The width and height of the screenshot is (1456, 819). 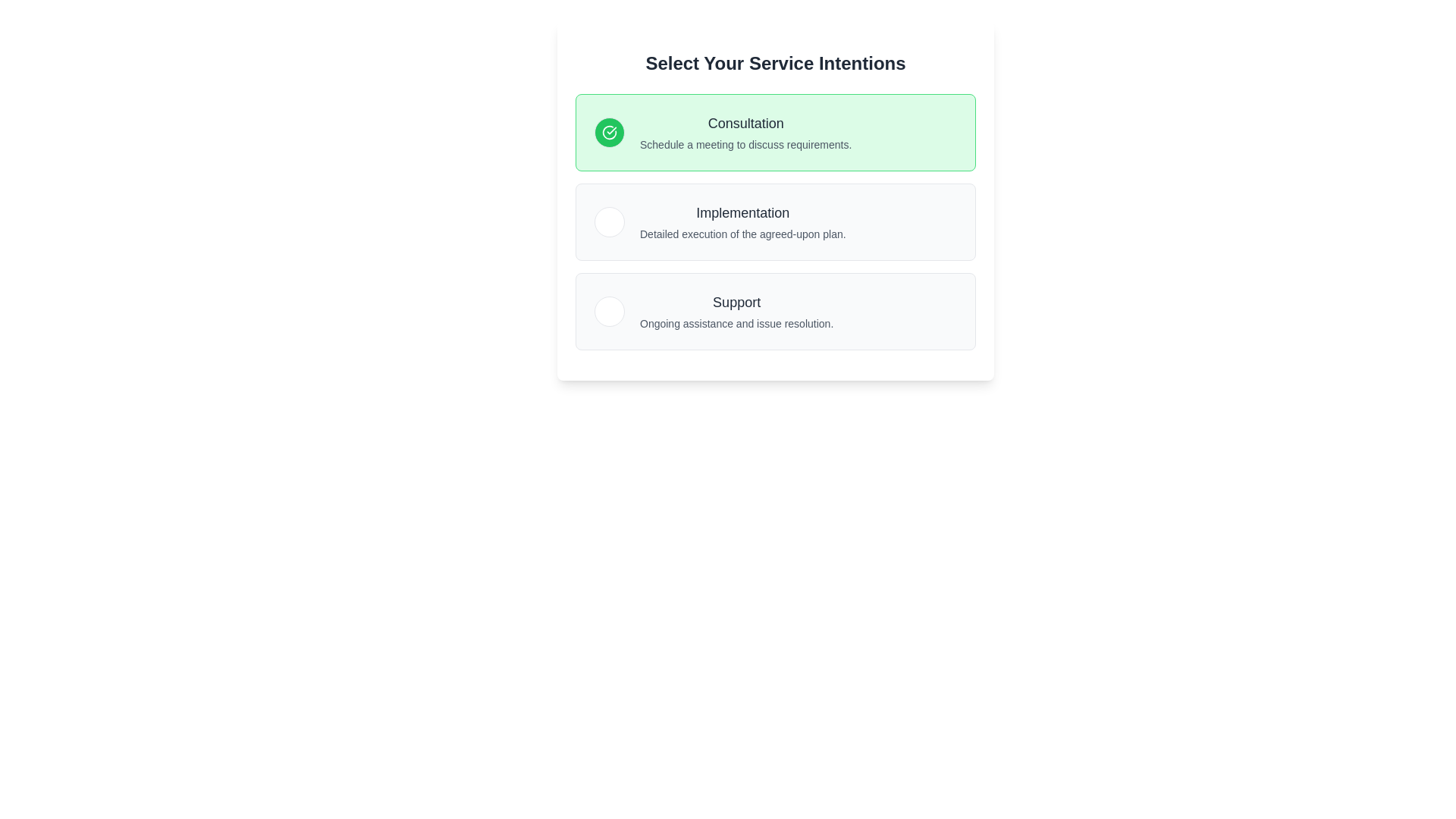 I want to click on the Text Display that describes the 'Consultation' option, which is highlighted in green and located at the top of the vertical list of service intentions, so click(x=745, y=131).